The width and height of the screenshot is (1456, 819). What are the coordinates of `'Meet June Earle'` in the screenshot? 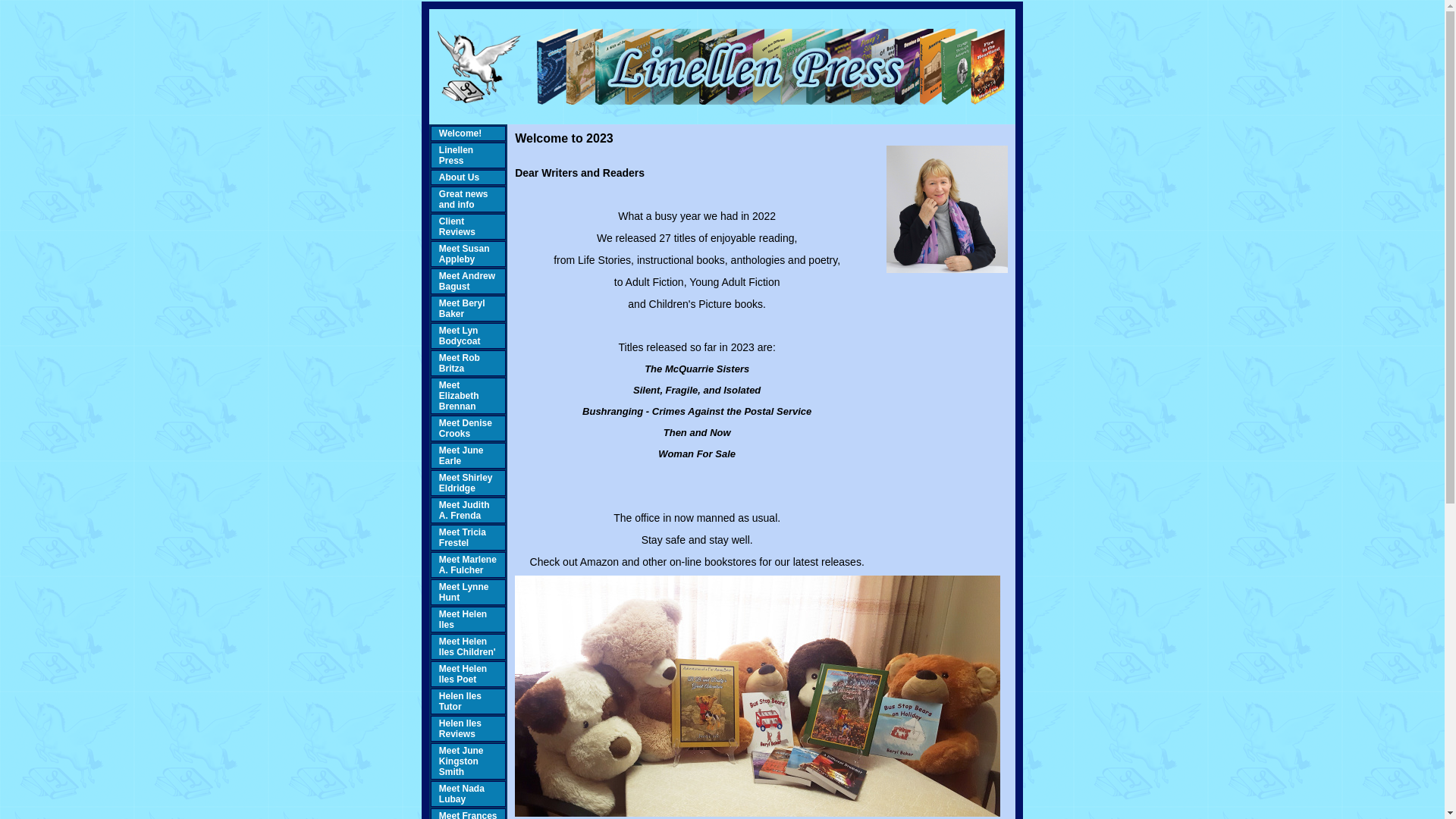 It's located at (460, 455).